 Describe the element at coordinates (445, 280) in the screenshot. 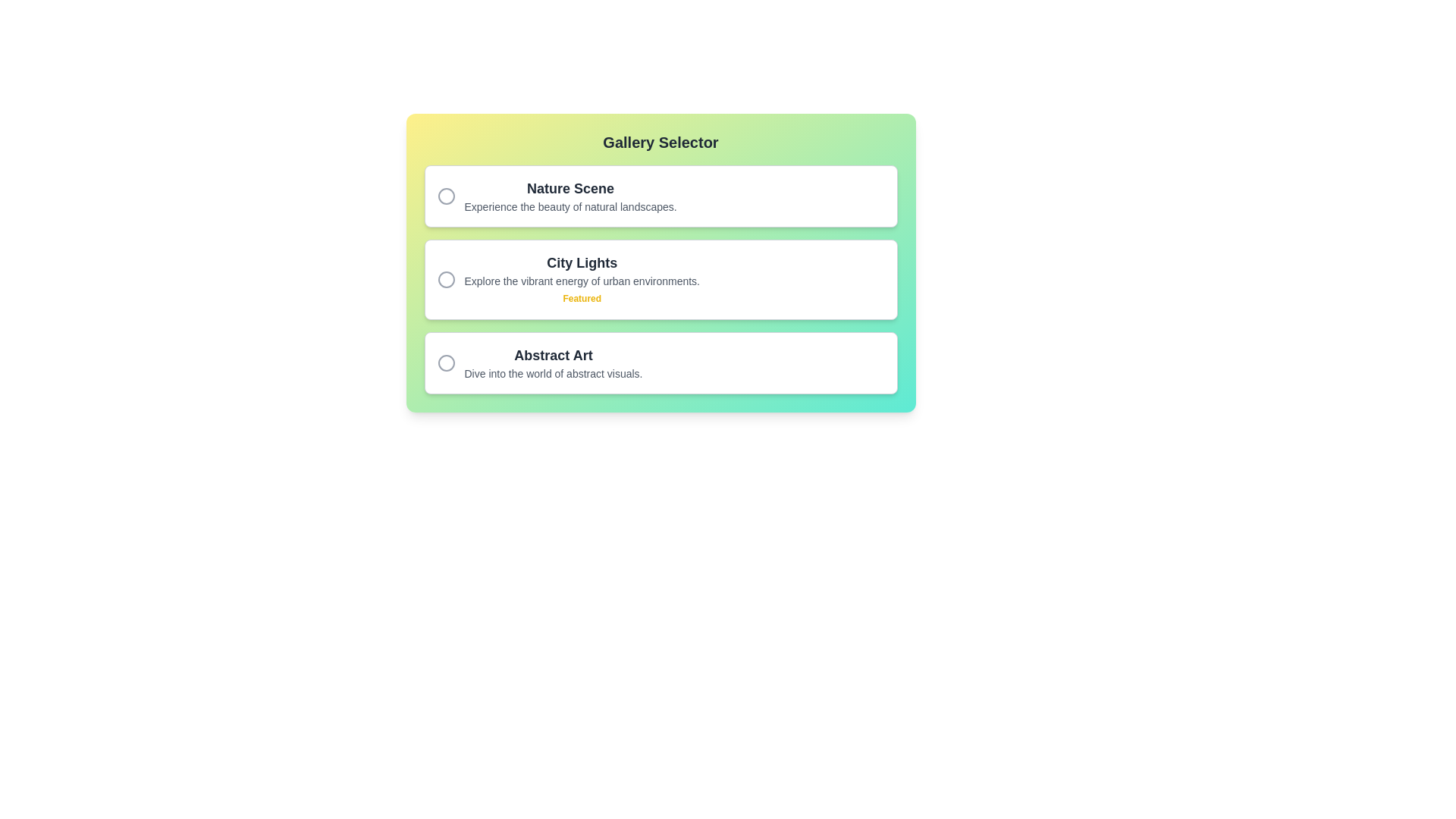

I see `the gray circular radio button associated with the 'City Lights' option in the 'Gallery Selector' UI` at that location.